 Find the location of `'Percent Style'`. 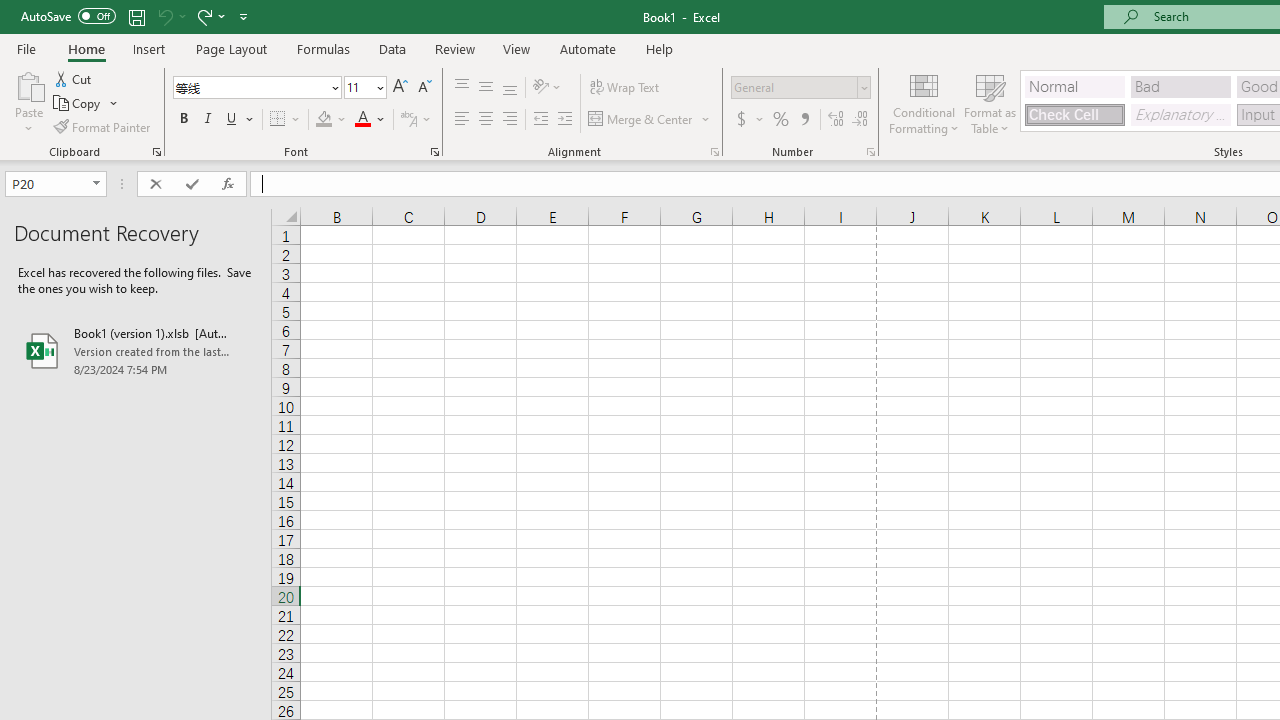

'Percent Style' is located at coordinates (780, 119).